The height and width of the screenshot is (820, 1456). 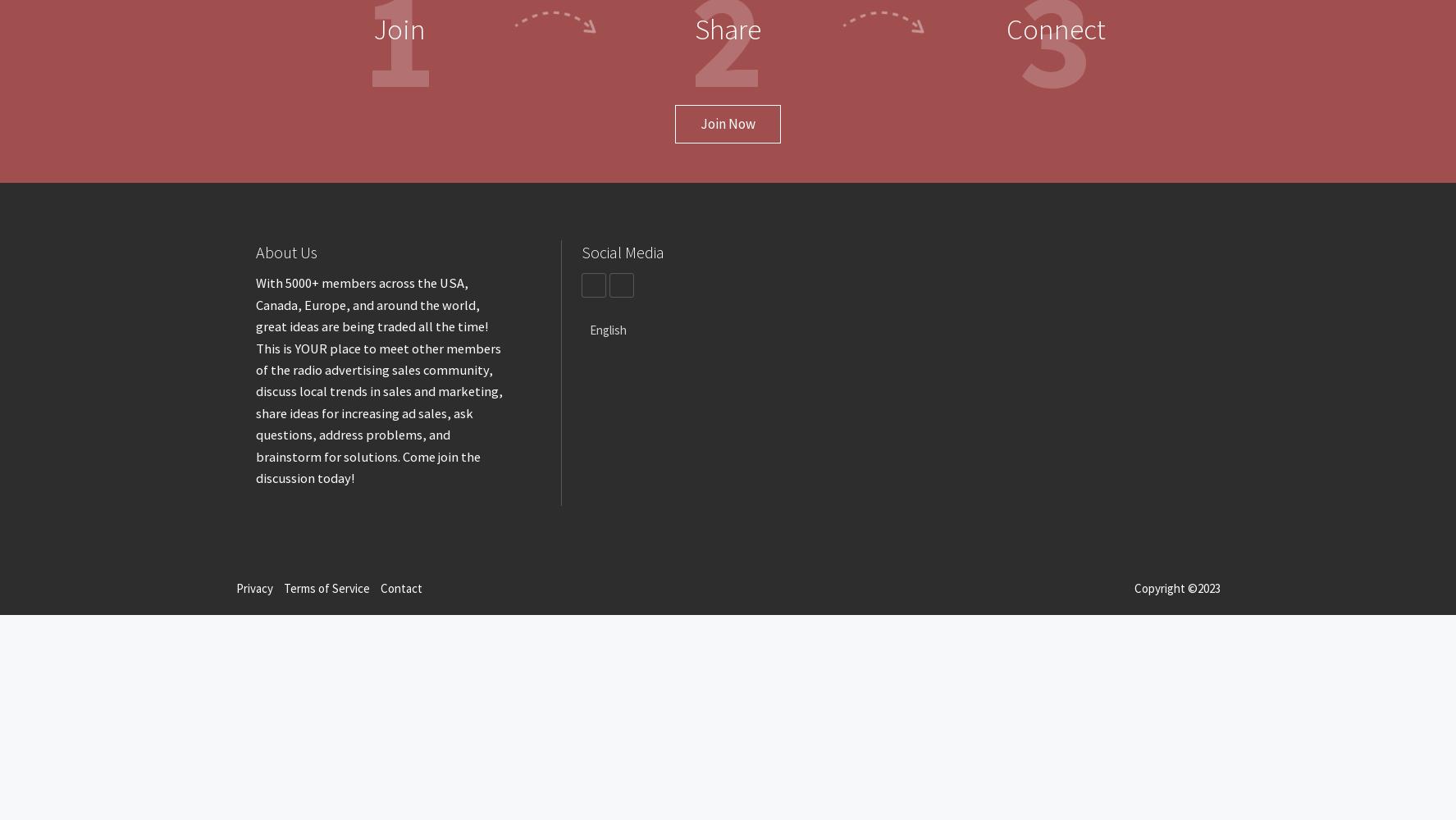 I want to click on 'Connect', so click(x=1055, y=30).